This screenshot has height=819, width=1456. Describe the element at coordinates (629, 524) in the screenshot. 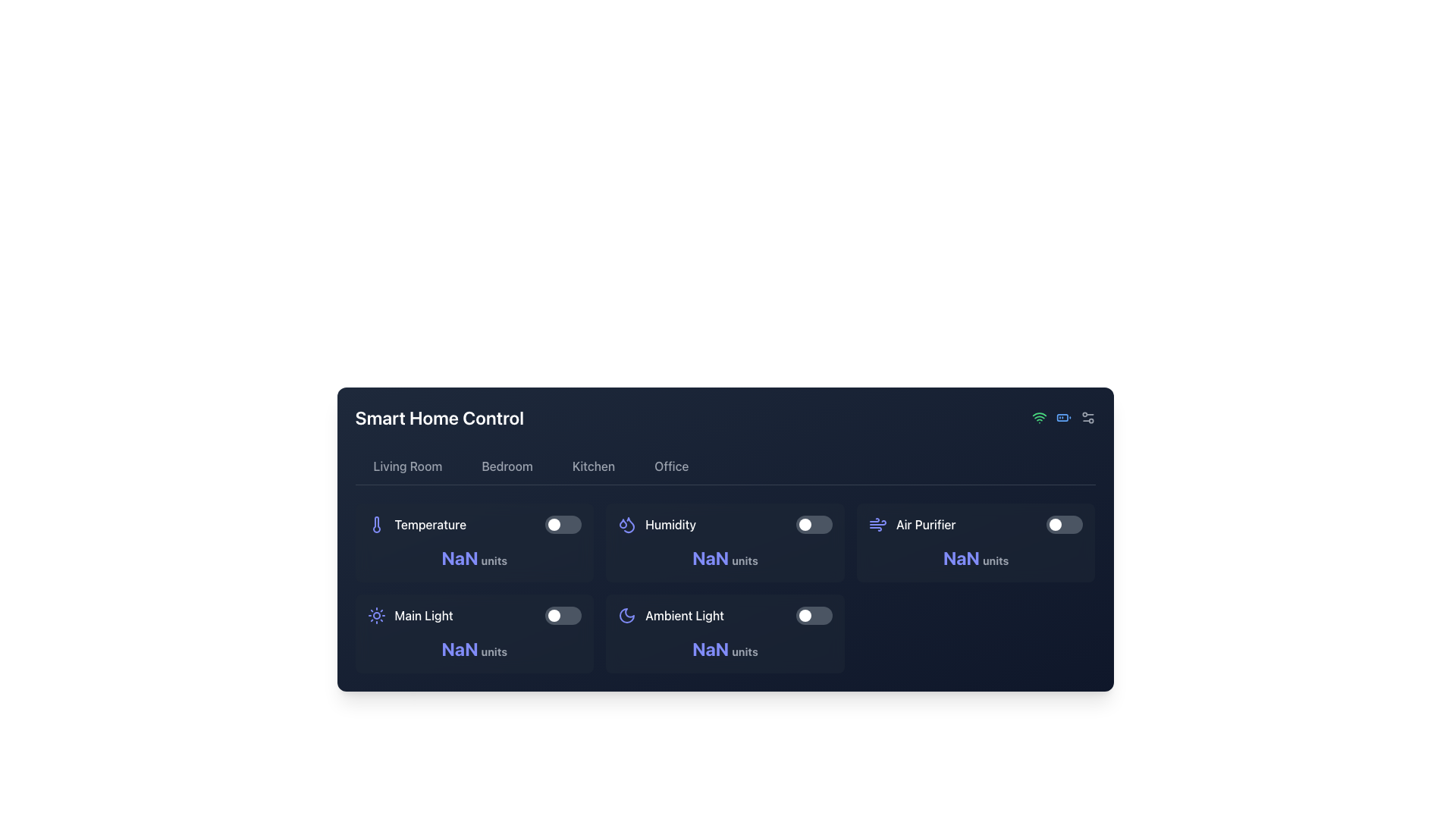

I see `the second droplet-shaped icon with a blue outline in the 'Humidity' control card located in the upper section of the interface` at that location.